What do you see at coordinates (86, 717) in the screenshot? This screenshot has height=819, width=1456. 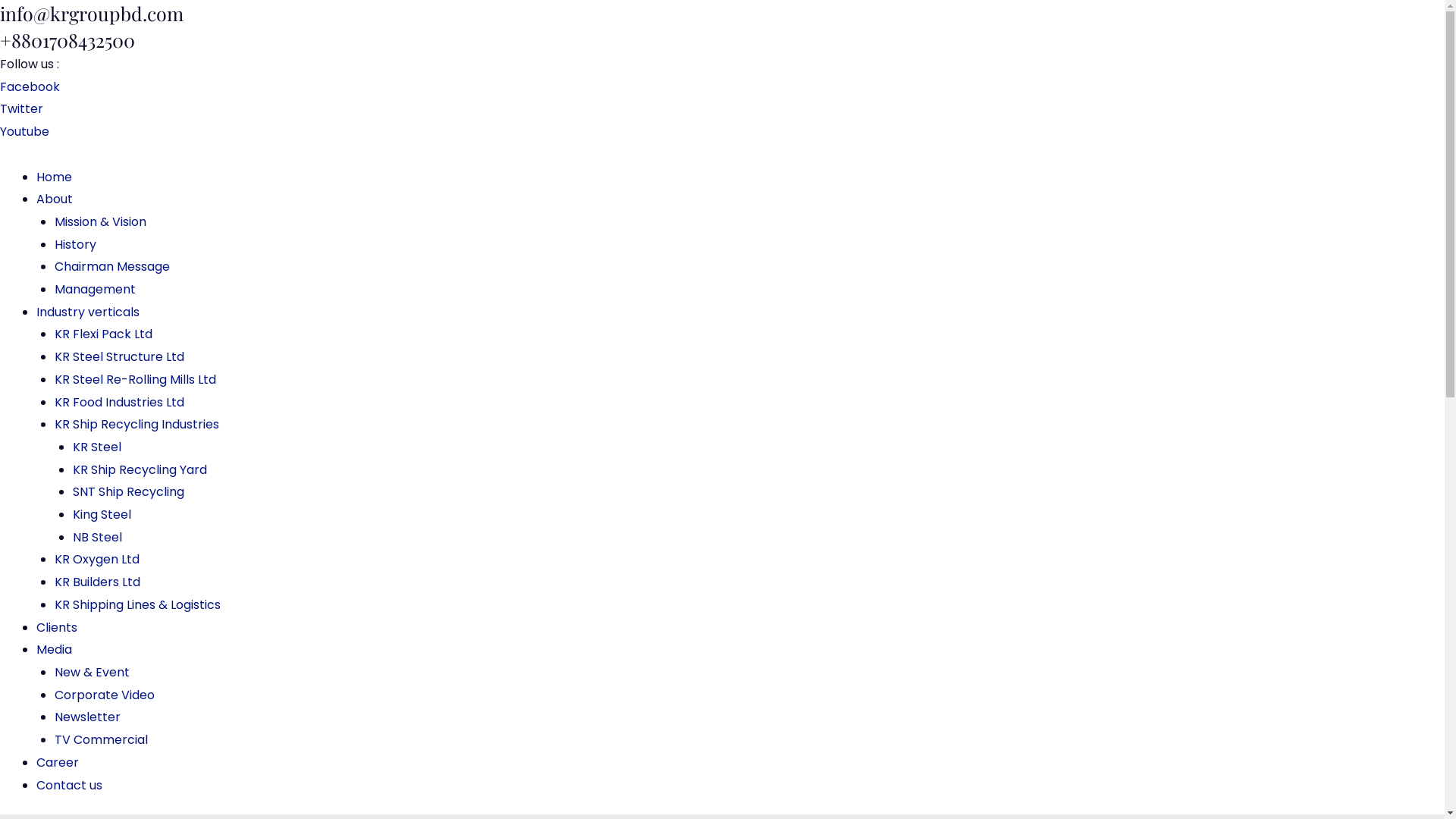 I see `'Newsletter'` at bounding box center [86, 717].